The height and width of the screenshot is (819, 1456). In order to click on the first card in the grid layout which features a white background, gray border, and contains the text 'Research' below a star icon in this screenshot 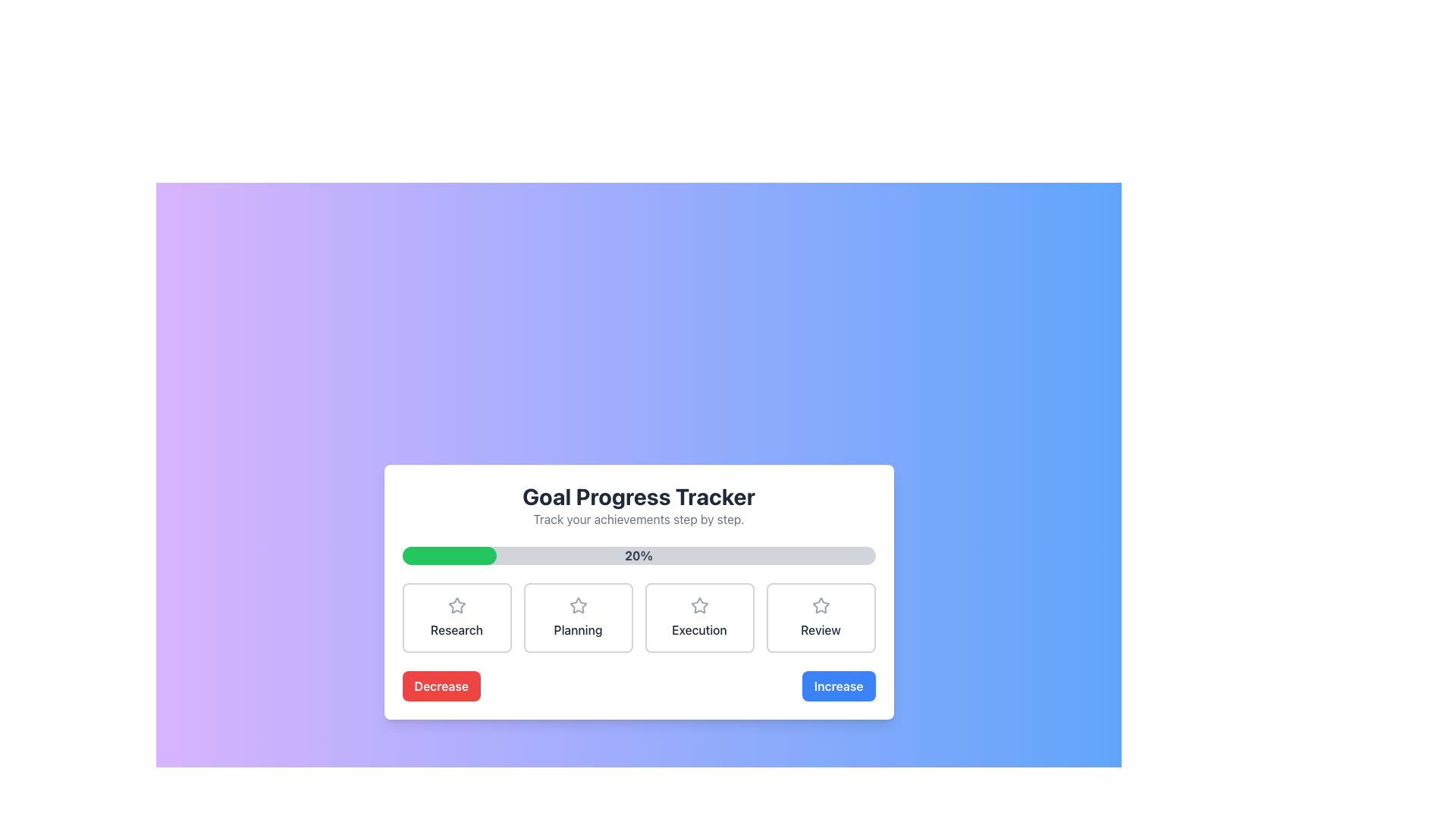, I will do `click(456, 617)`.